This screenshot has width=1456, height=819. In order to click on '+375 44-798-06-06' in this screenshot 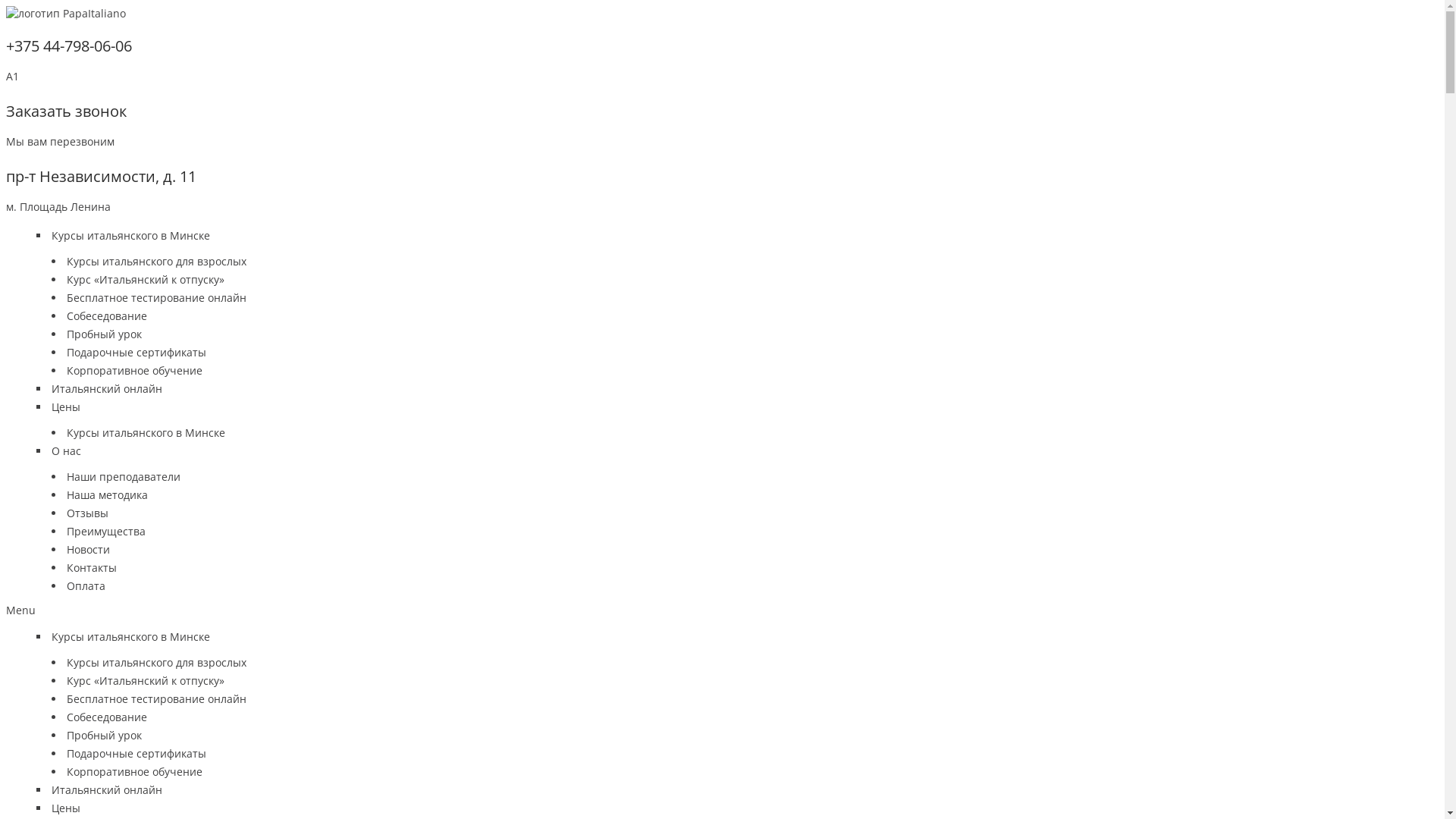, I will do `click(6, 45)`.